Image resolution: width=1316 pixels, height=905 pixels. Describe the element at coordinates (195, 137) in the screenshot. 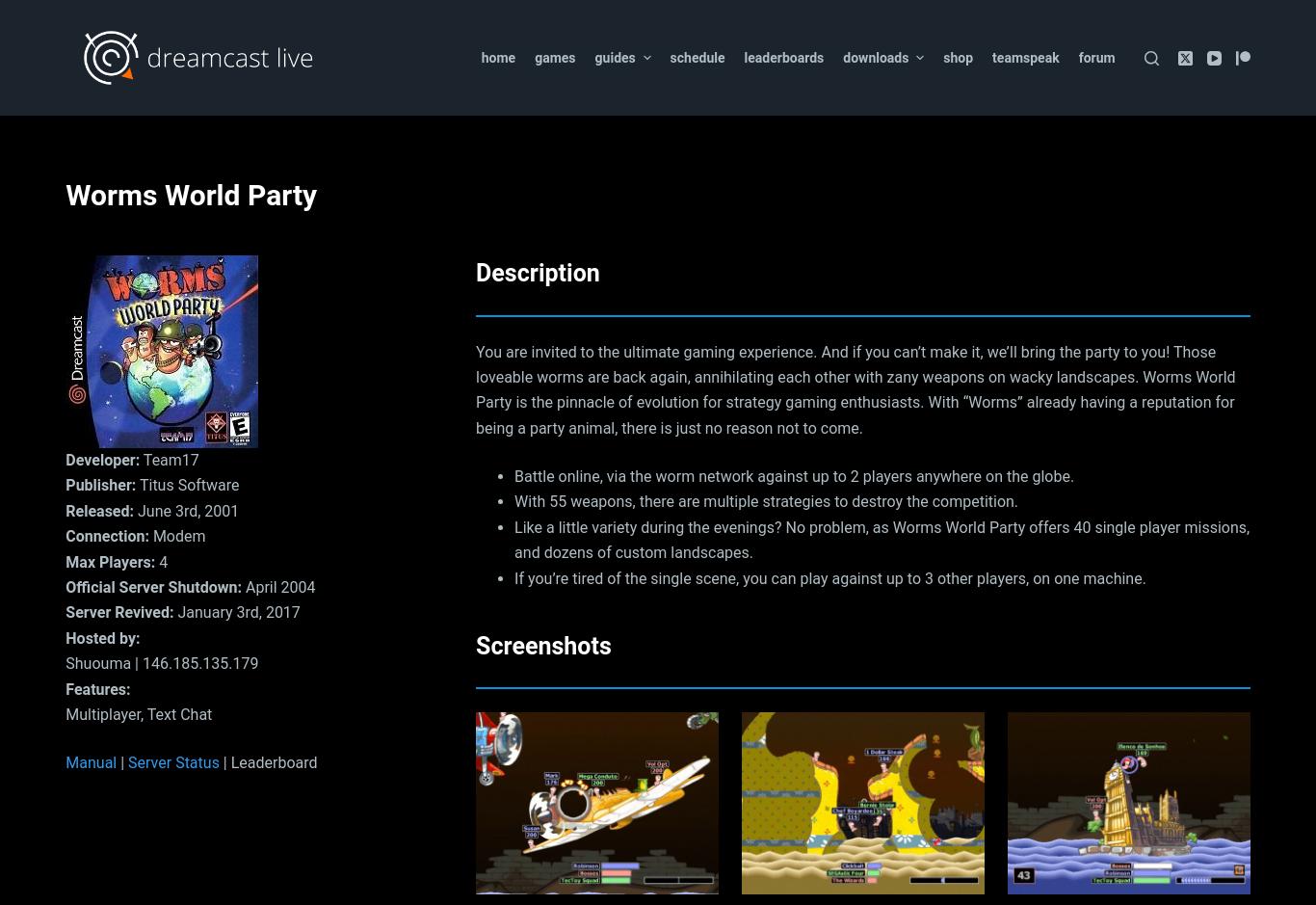

I see `'4.8 out of 5 stars (based on 5 reviews)'` at that location.